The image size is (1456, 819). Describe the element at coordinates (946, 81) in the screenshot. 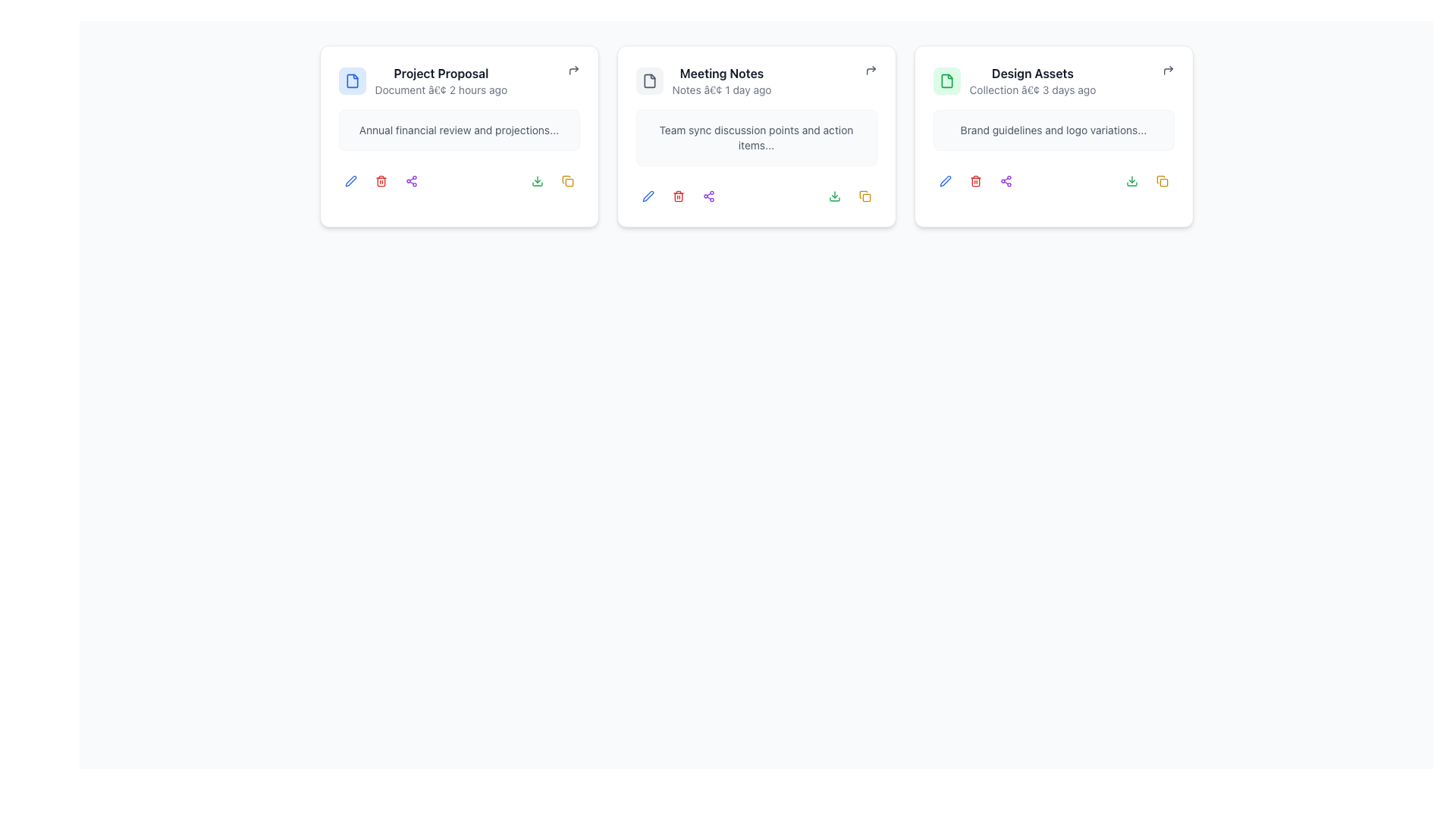

I see `the distinctive green icon with a white document depiction located in the top-left corner of the 'Design Assets' card` at that location.